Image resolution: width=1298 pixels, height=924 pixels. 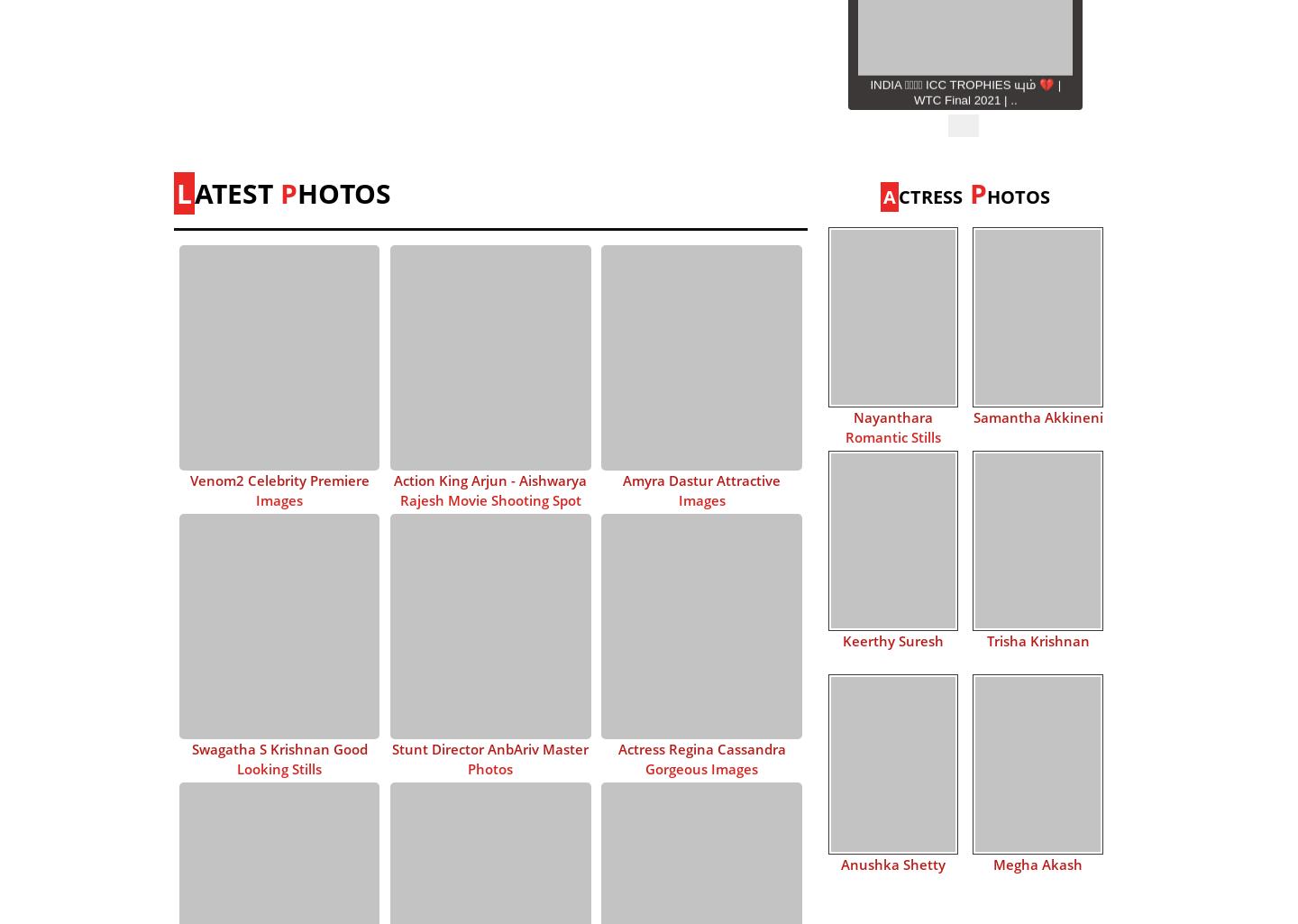 What do you see at coordinates (964, 341) in the screenshot?
I see `'Thalapathy 66 Massive Update 🤩 | Vijay | #Nettv4u'` at bounding box center [964, 341].